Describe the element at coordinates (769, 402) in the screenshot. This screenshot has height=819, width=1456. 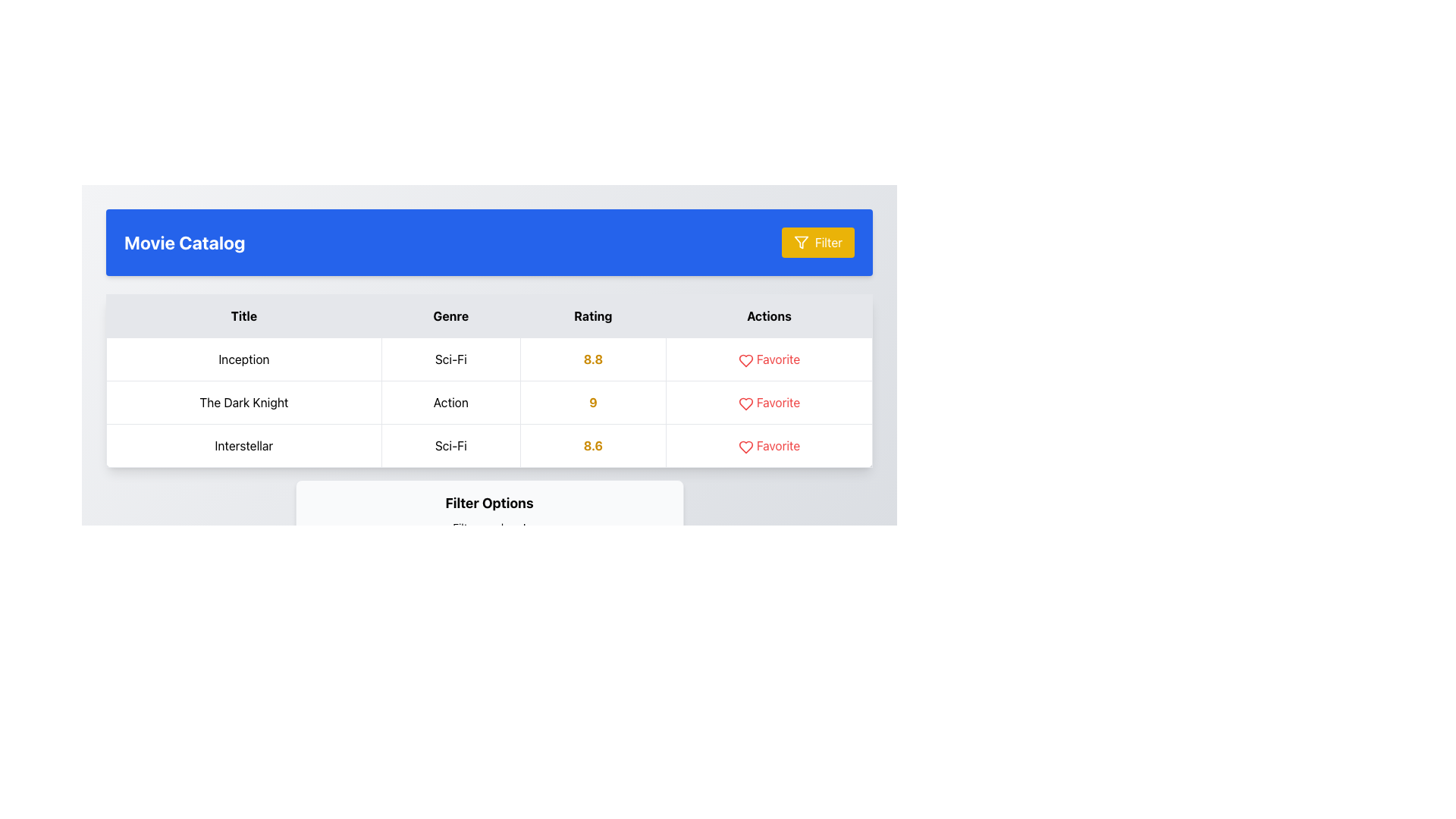
I see `the second 'Favorite' button in the 'Actions' column of the table for the movie 'The Dark Knight'` at that location.